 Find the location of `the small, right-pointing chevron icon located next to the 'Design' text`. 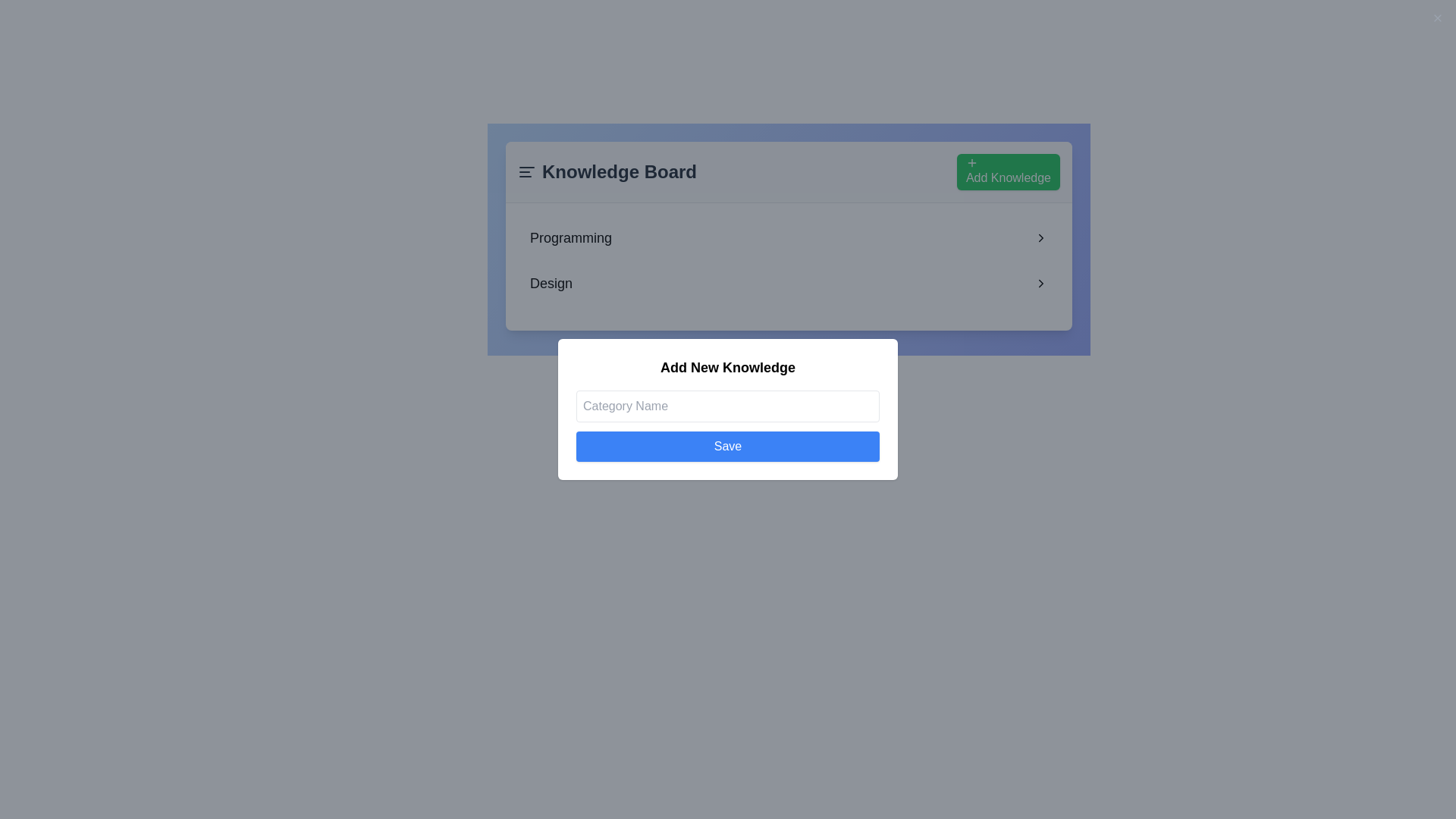

the small, right-pointing chevron icon located next to the 'Design' text is located at coordinates (1040, 284).